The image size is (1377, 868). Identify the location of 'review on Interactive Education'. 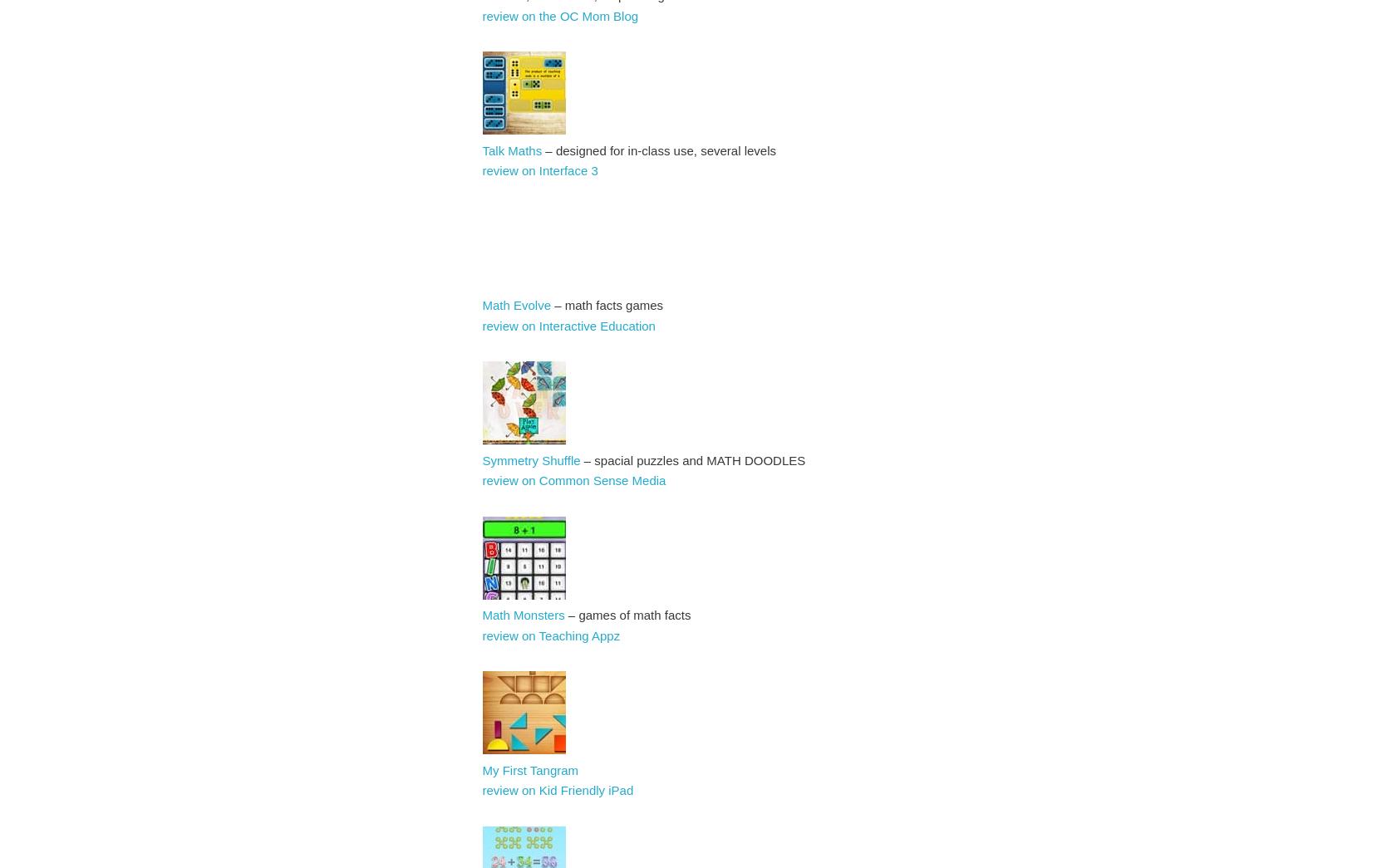
(569, 324).